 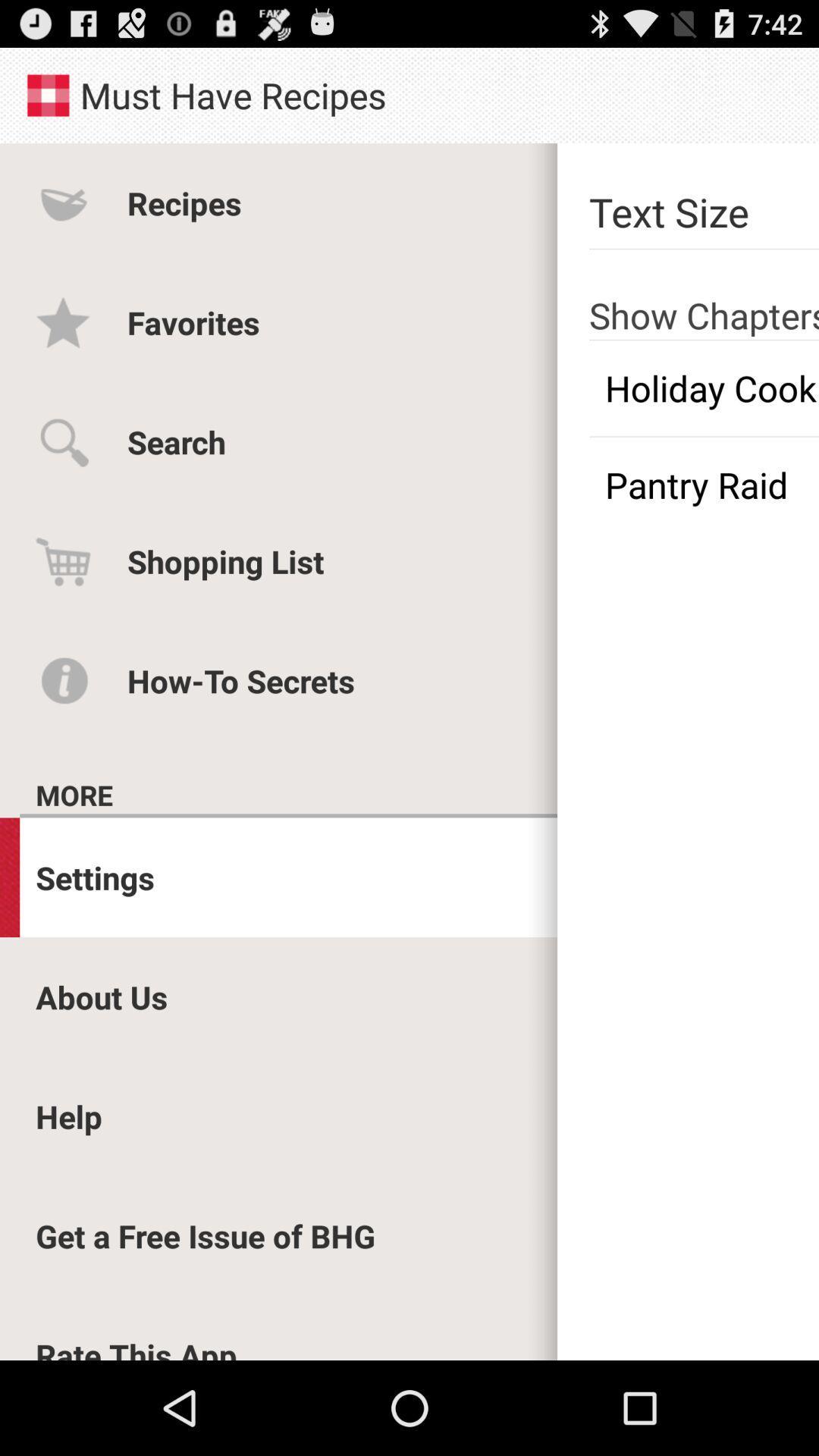 What do you see at coordinates (175, 441) in the screenshot?
I see `the checkbox to the left of the holiday cooking` at bounding box center [175, 441].